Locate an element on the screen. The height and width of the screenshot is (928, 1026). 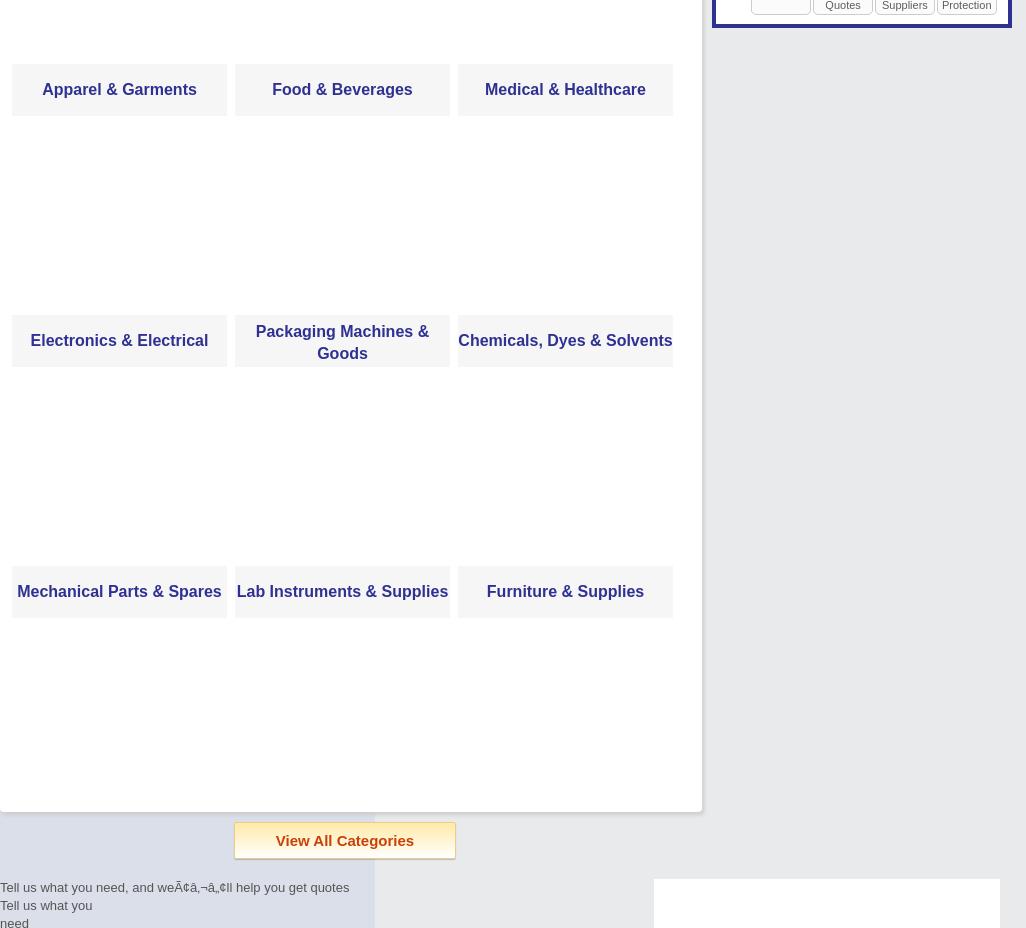
'Chemicals, Dyes & Solvents' is located at coordinates (564, 339).